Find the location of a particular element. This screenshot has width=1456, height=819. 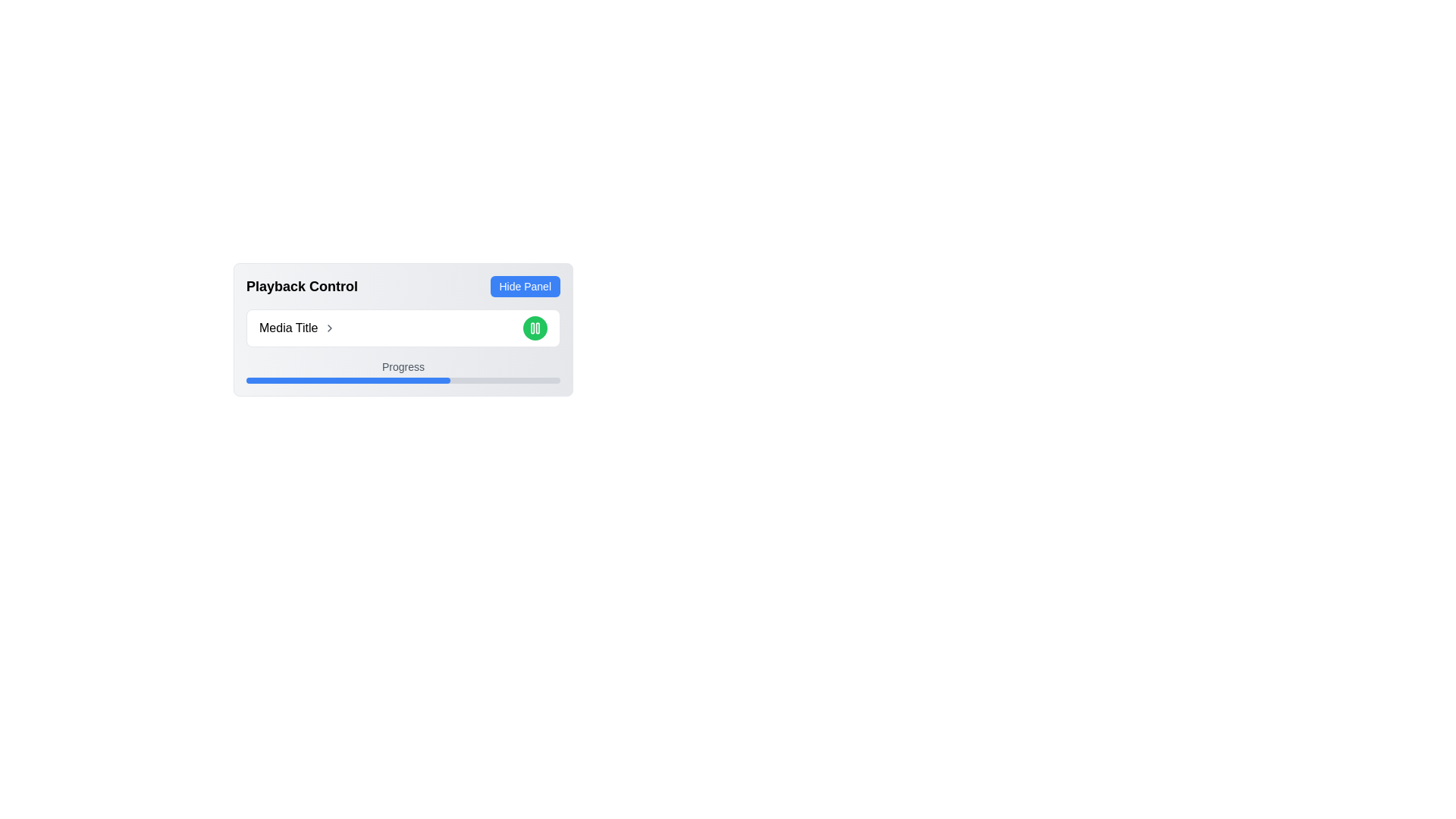

the horizontal progress bar with a light gray background and a blue segment indicating 65% progress, located beneath the 'Progress' label is located at coordinates (403, 379).